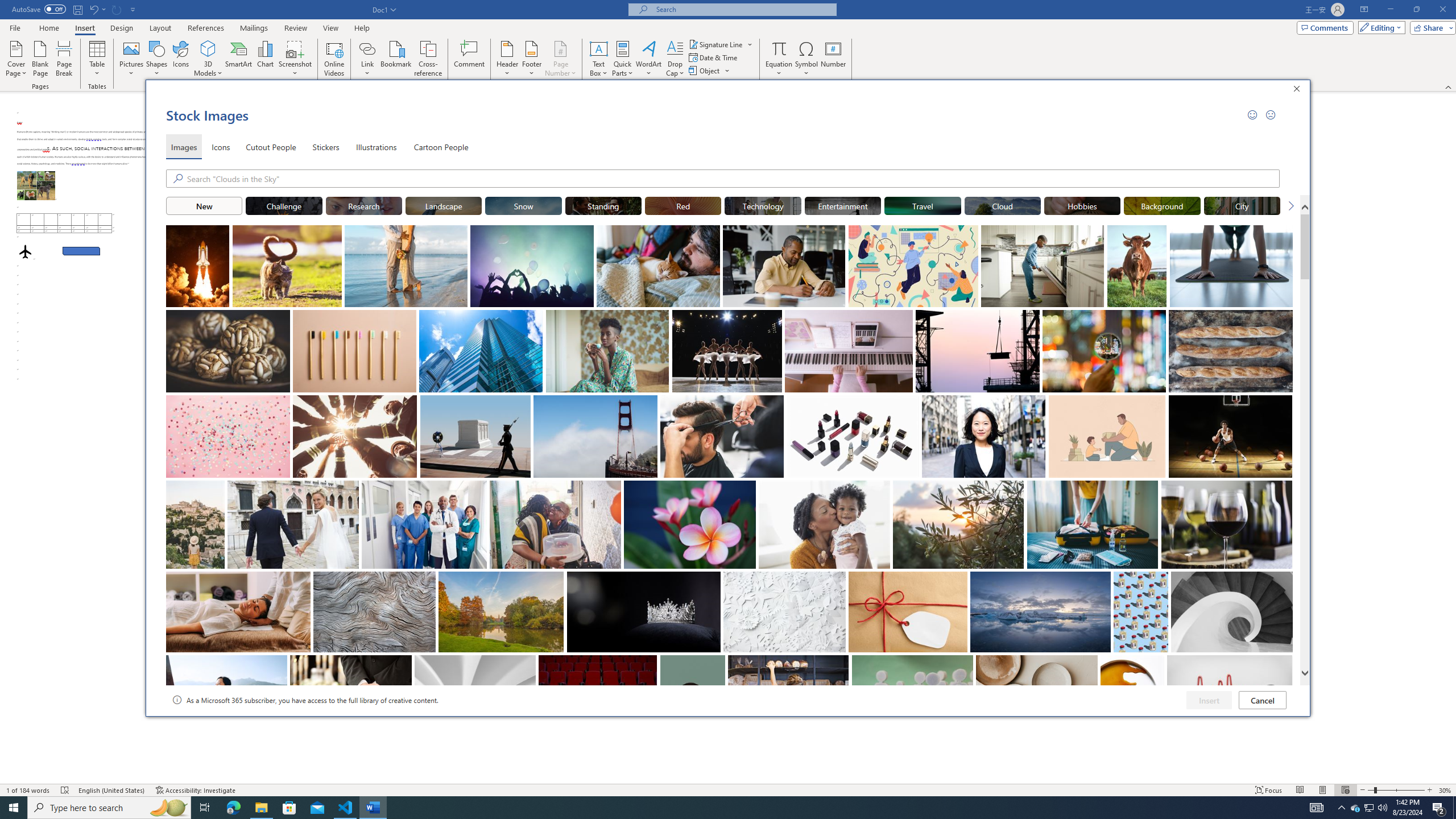 This screenshot has height=819, width=1456. I want to click on '"Snow" Stock Images.', so click(523, 205).